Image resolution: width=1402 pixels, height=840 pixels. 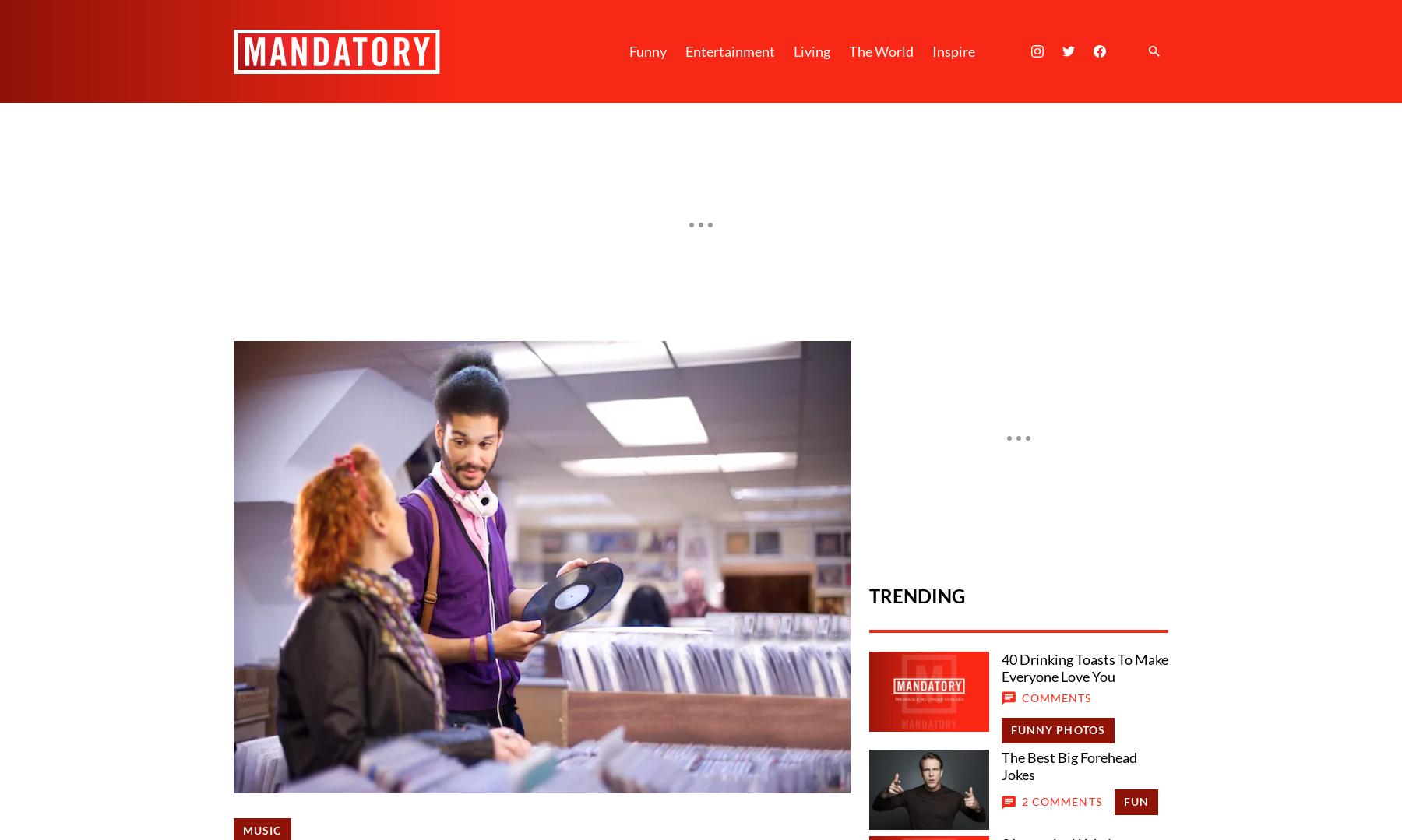 I want to click on '7 Of The Craziest Things To Happen To Already Outrageous Musicians Onstage', so click(x=562, y=269).